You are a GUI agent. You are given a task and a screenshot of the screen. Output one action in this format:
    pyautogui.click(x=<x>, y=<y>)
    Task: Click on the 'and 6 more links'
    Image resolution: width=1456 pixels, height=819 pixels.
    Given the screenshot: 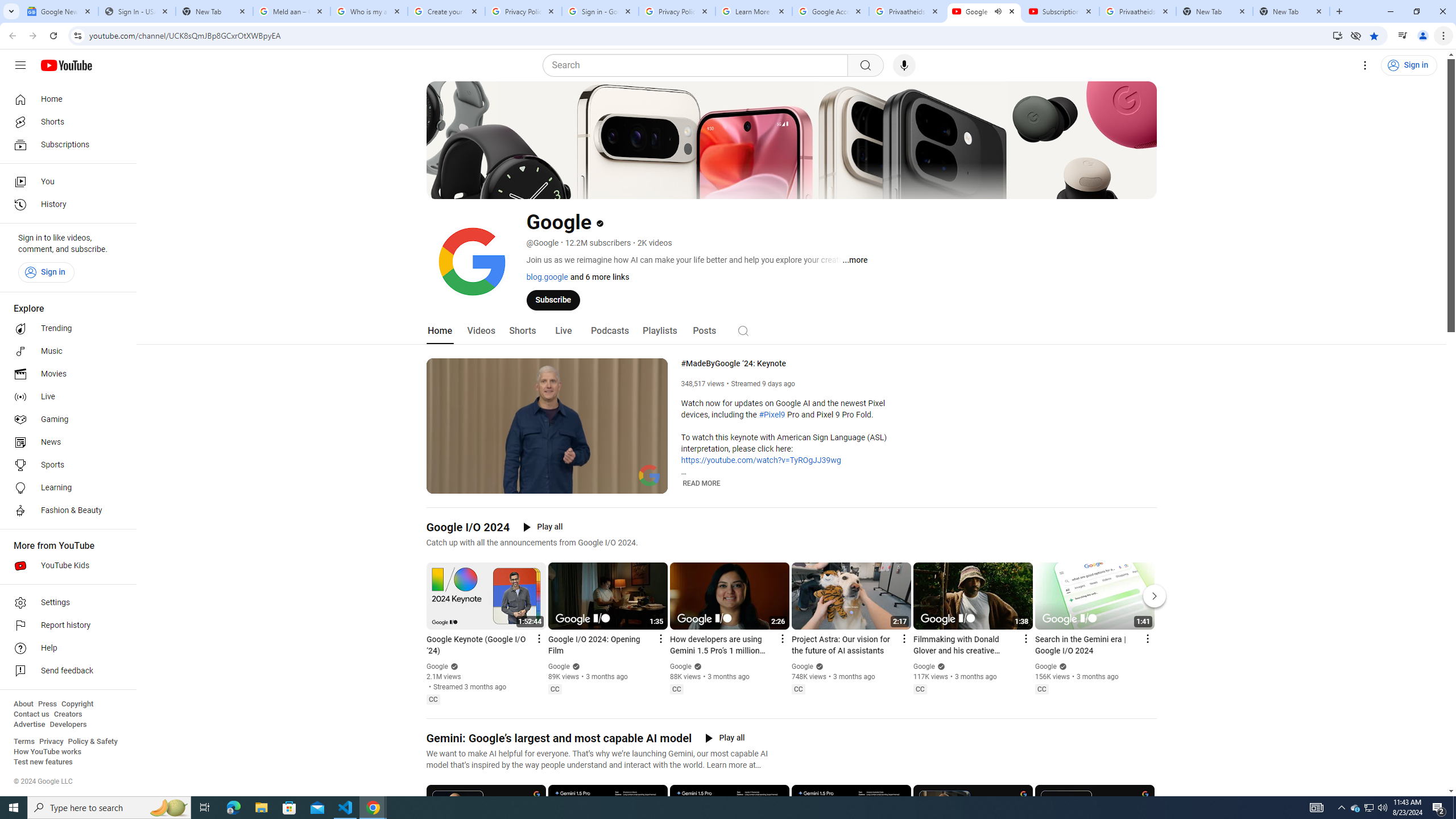 What is the action you would take?
    pyautogui.click(x=598, y=276)
    